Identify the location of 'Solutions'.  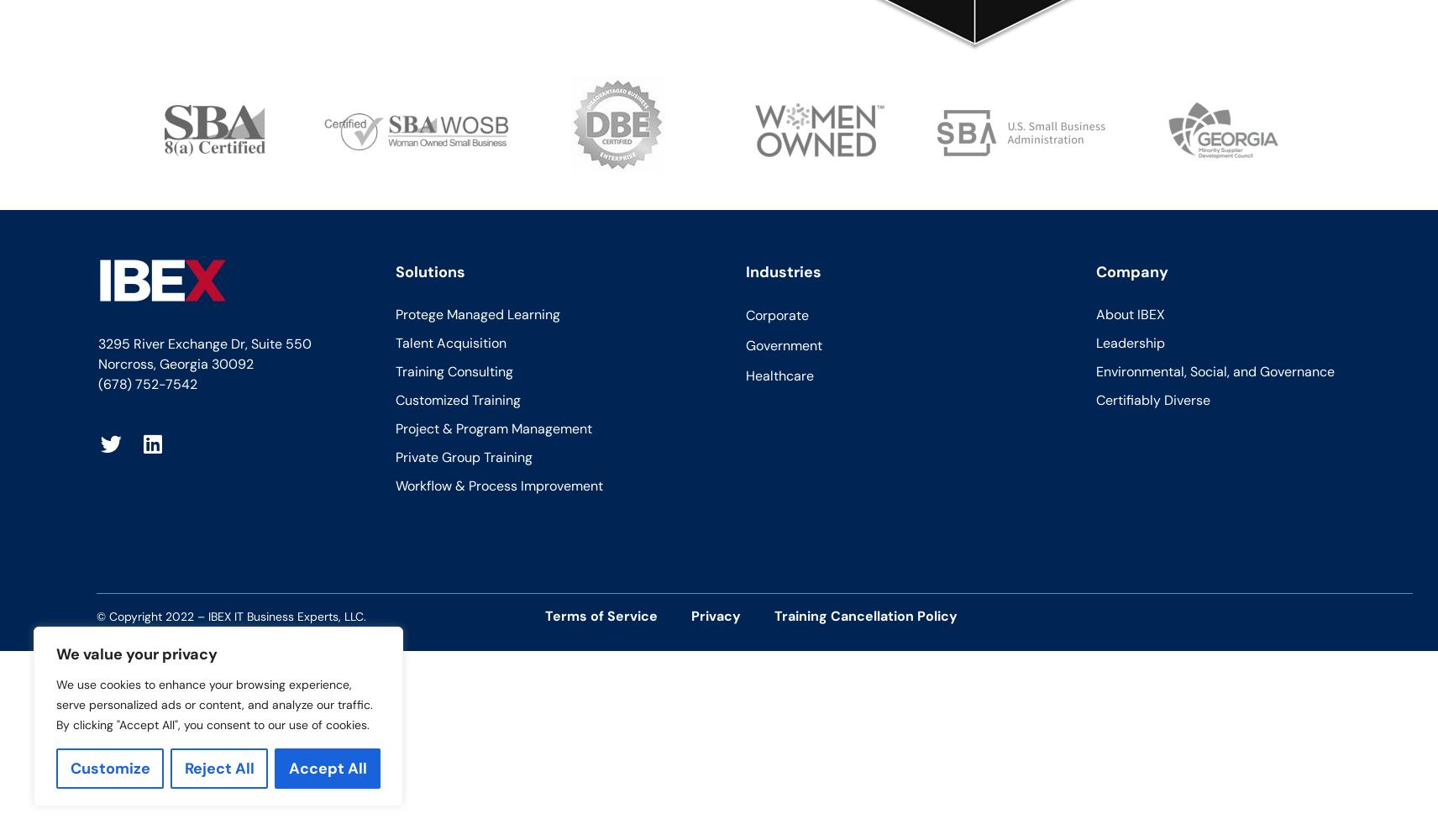
(393, 270).